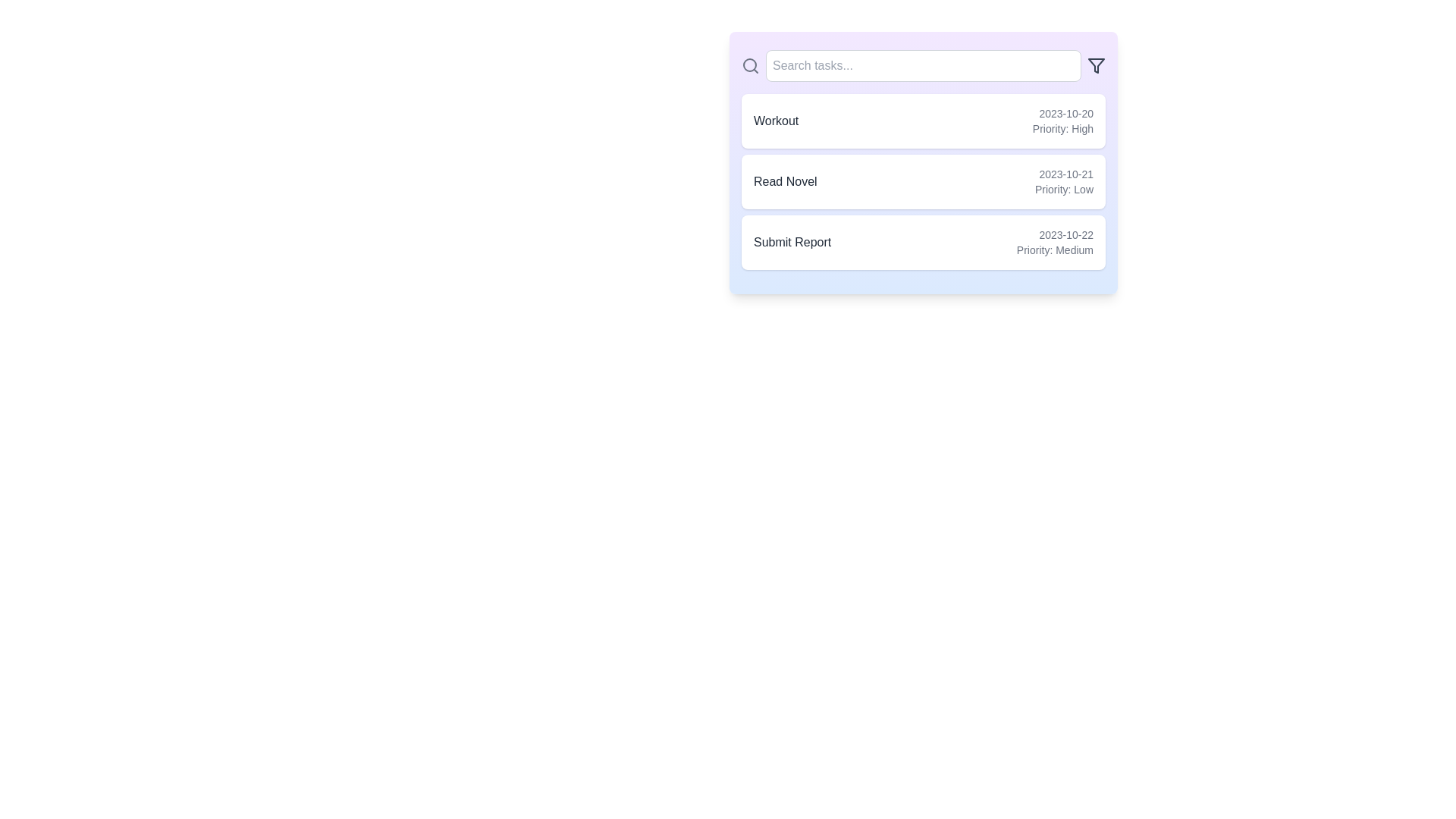 The height and width of the screenshot is (819, 1456). What do you see at coordinates (1096, 65) in the screenshot?
I see `the filter icon to open the filter options` at bounding box center [1096, 65].